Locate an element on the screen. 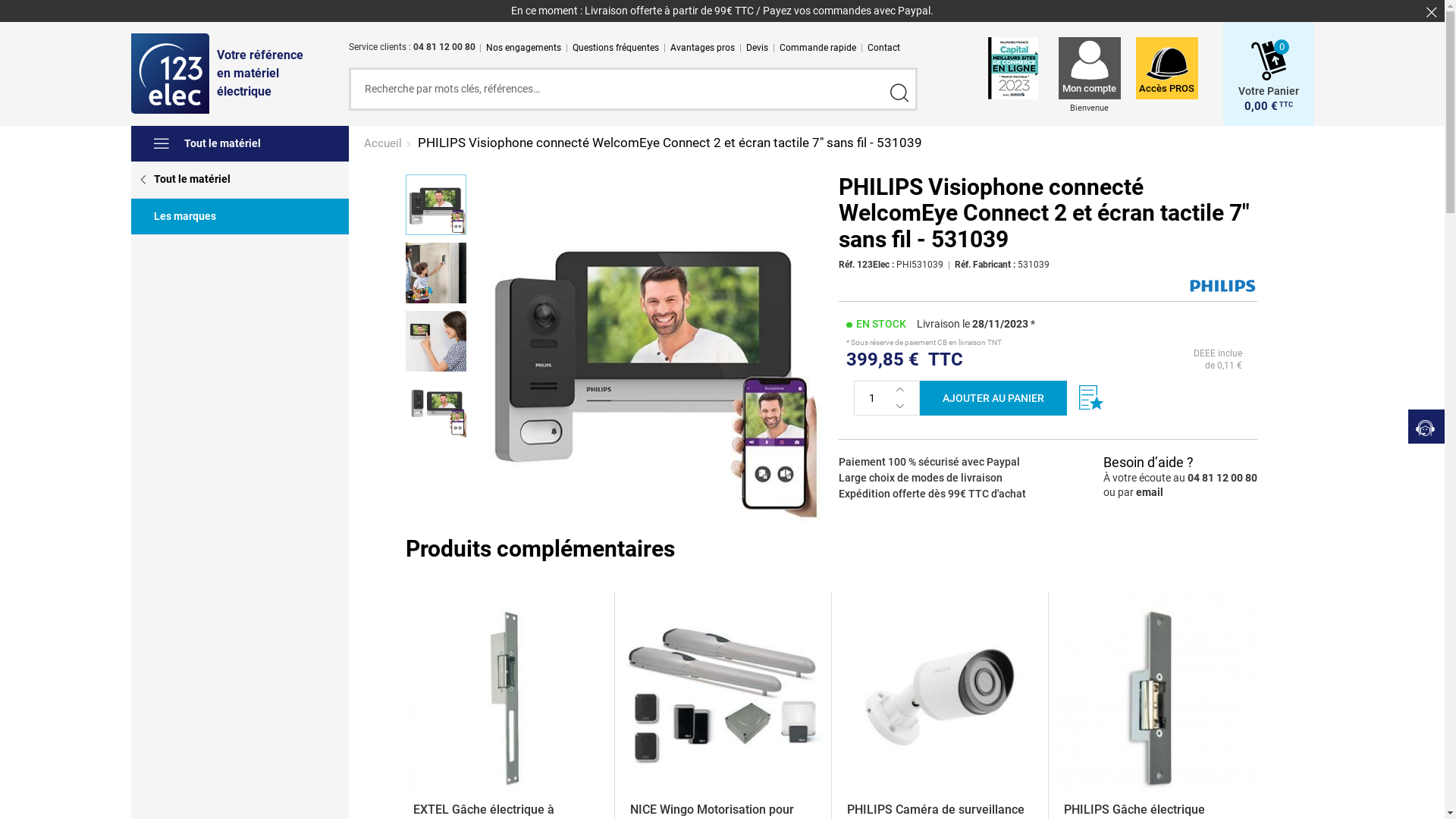 The width and height of the screenshot is (1456, 819). 'AJOUTER AU PANIER' is located at coordinates (919, 397).